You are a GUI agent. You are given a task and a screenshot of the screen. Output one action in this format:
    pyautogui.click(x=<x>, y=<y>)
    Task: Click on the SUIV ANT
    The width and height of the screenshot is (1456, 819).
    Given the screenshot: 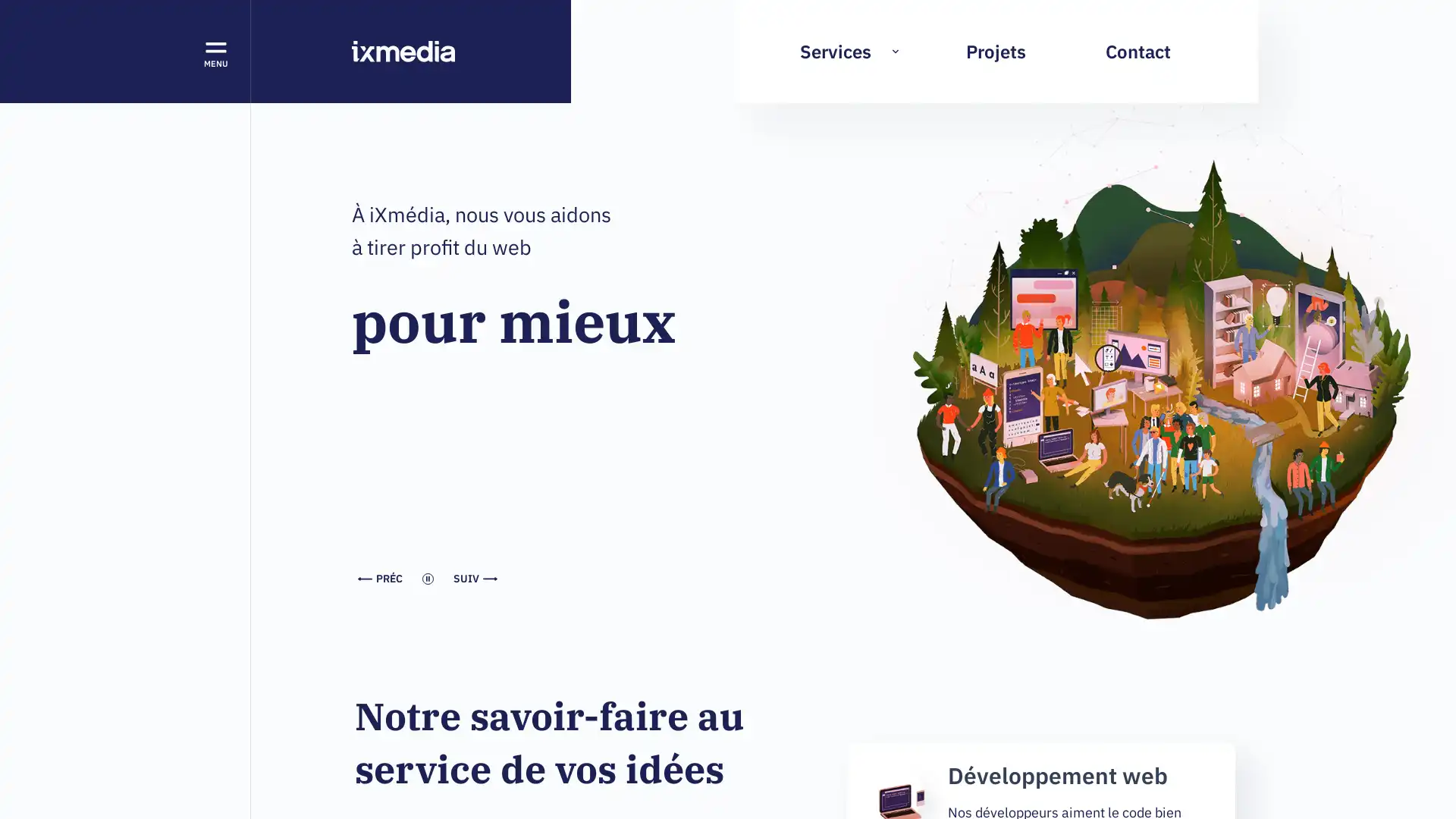 What is the action you would take?
    pyautogui.click(x=475, y=579)
    